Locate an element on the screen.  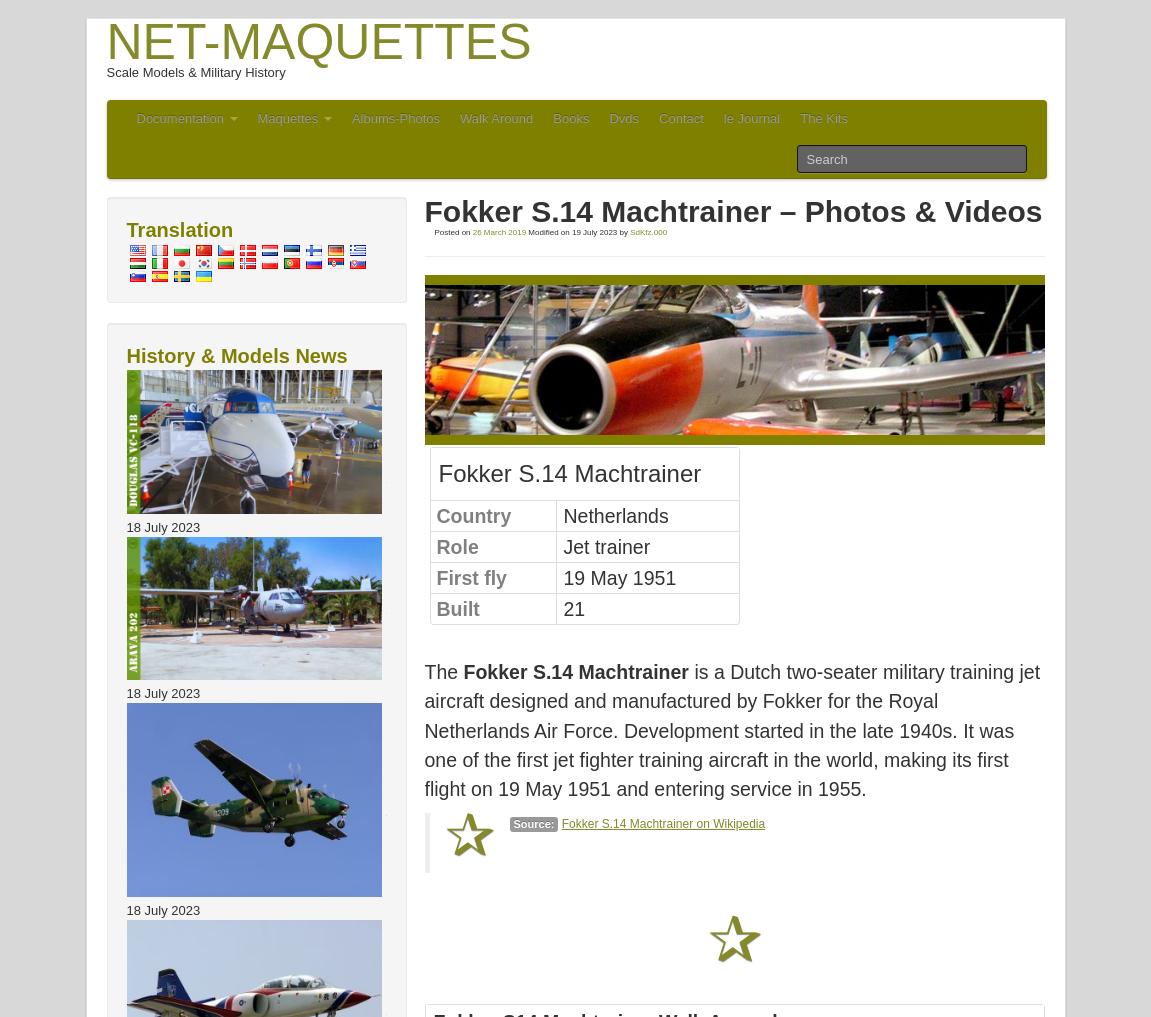
'Fokker S.14 Machtrainer on Wikipedia' is located at coordinates (662, 822).